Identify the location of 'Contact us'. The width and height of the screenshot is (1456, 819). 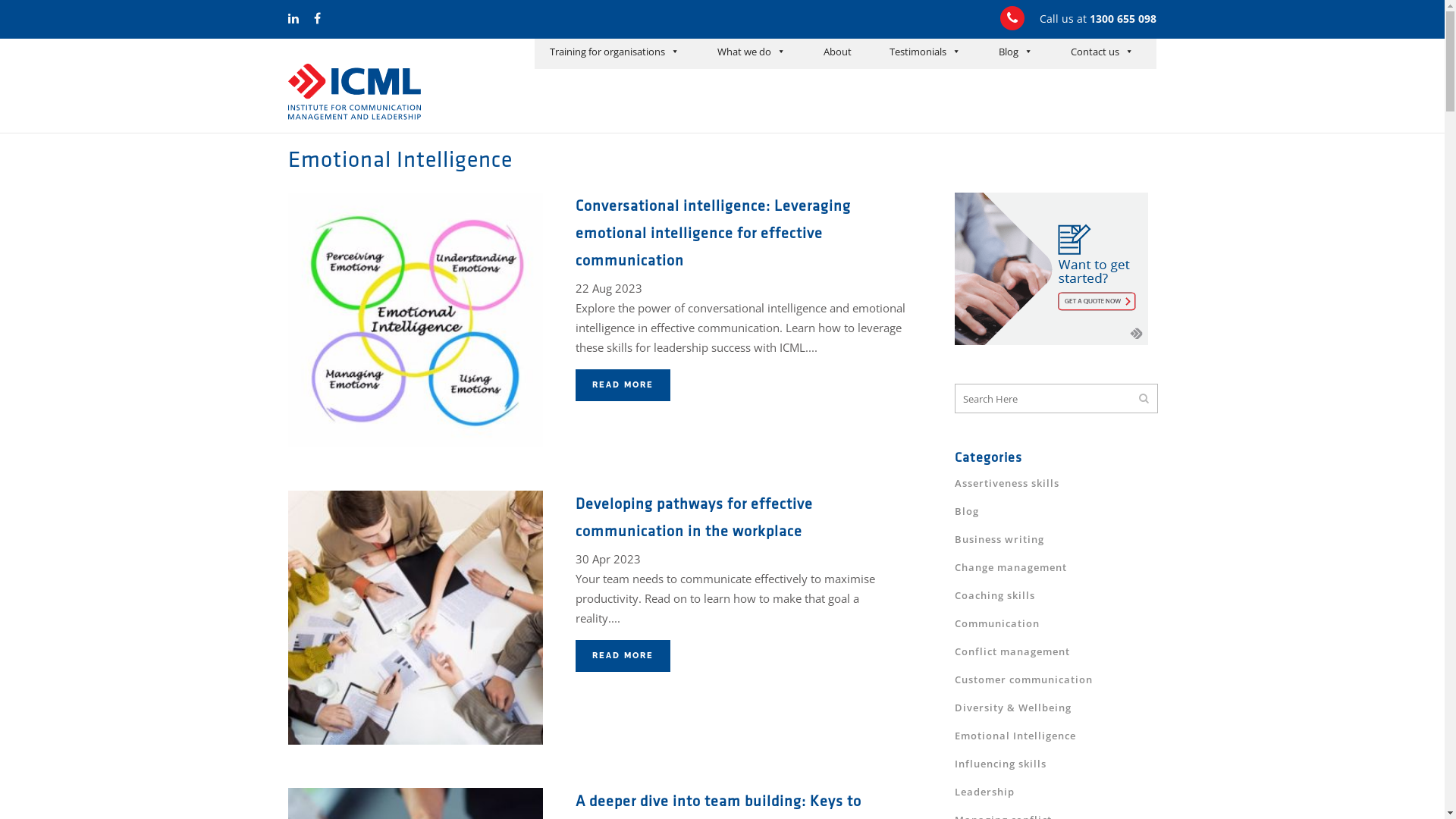
(1102, 52).